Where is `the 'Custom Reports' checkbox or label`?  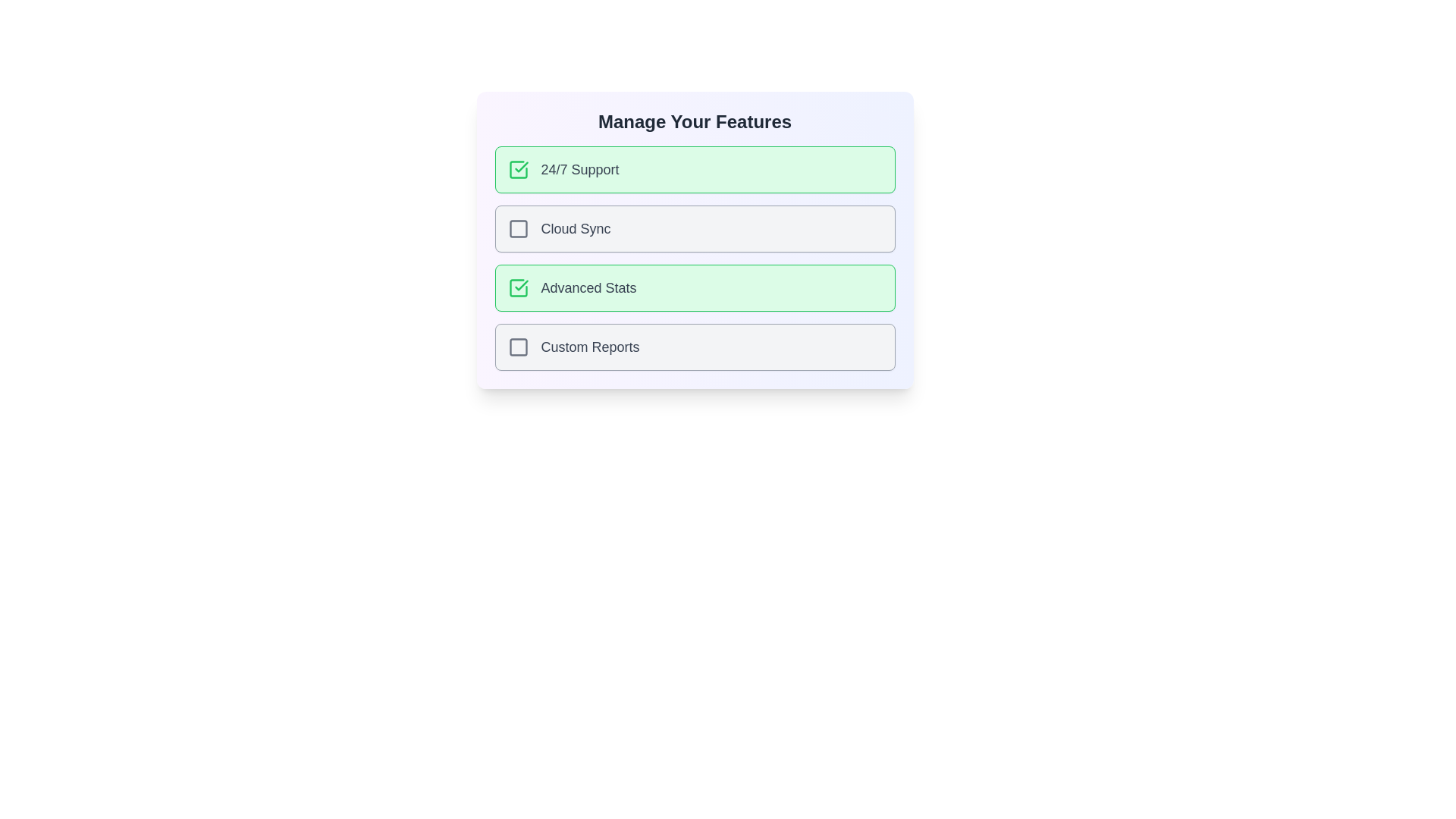 the 'Custom Reports' checkbox or label is located at coordinates (573, 347).